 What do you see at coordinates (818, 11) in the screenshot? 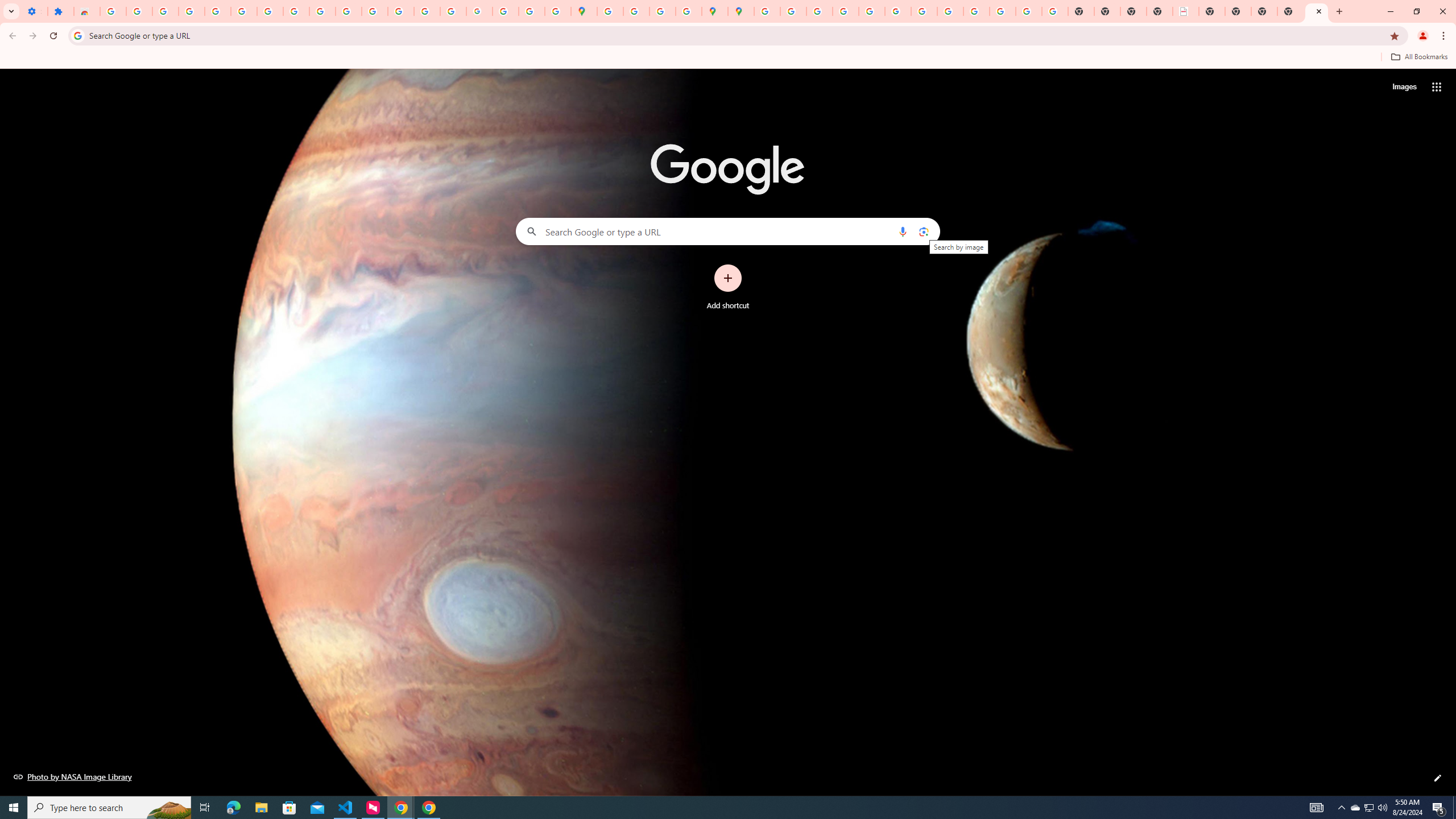
I see `'Privacy Help Center - Policies Help'` at bounding box center [818, 11].